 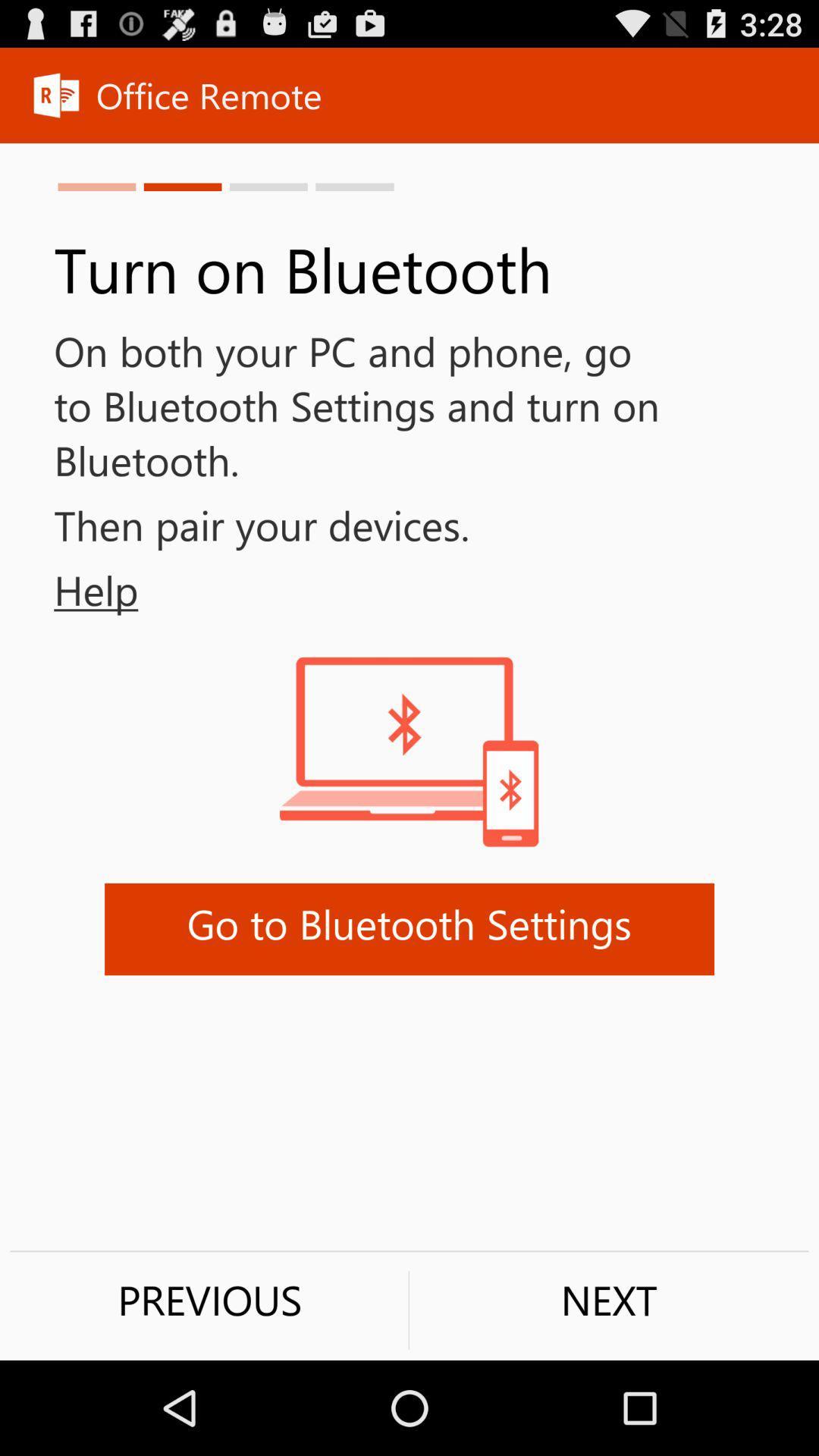 I want to click on app below the then pair your app, so click(x=69, y=589).